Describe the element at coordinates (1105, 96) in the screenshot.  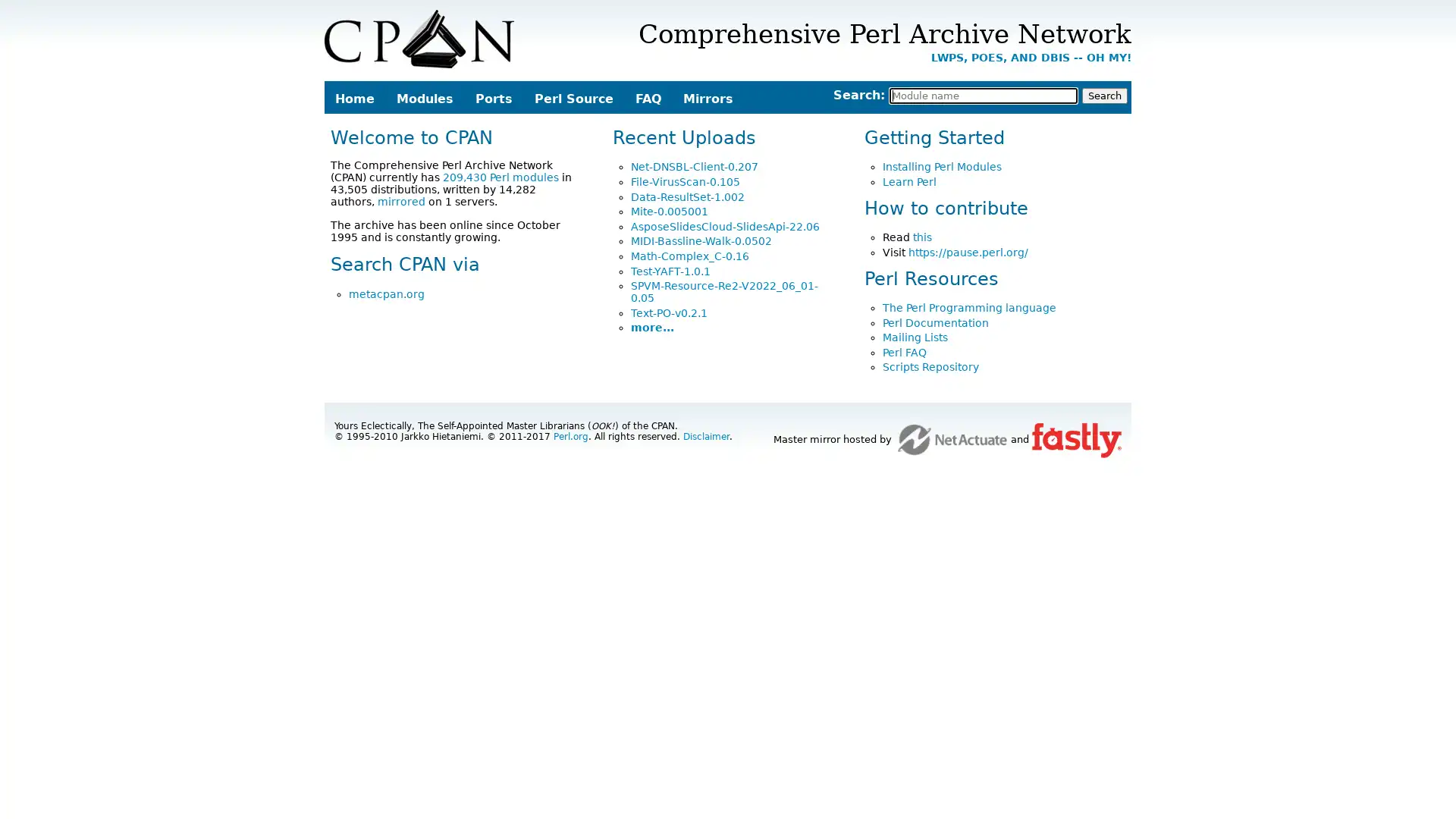
I see `Search` at that location.